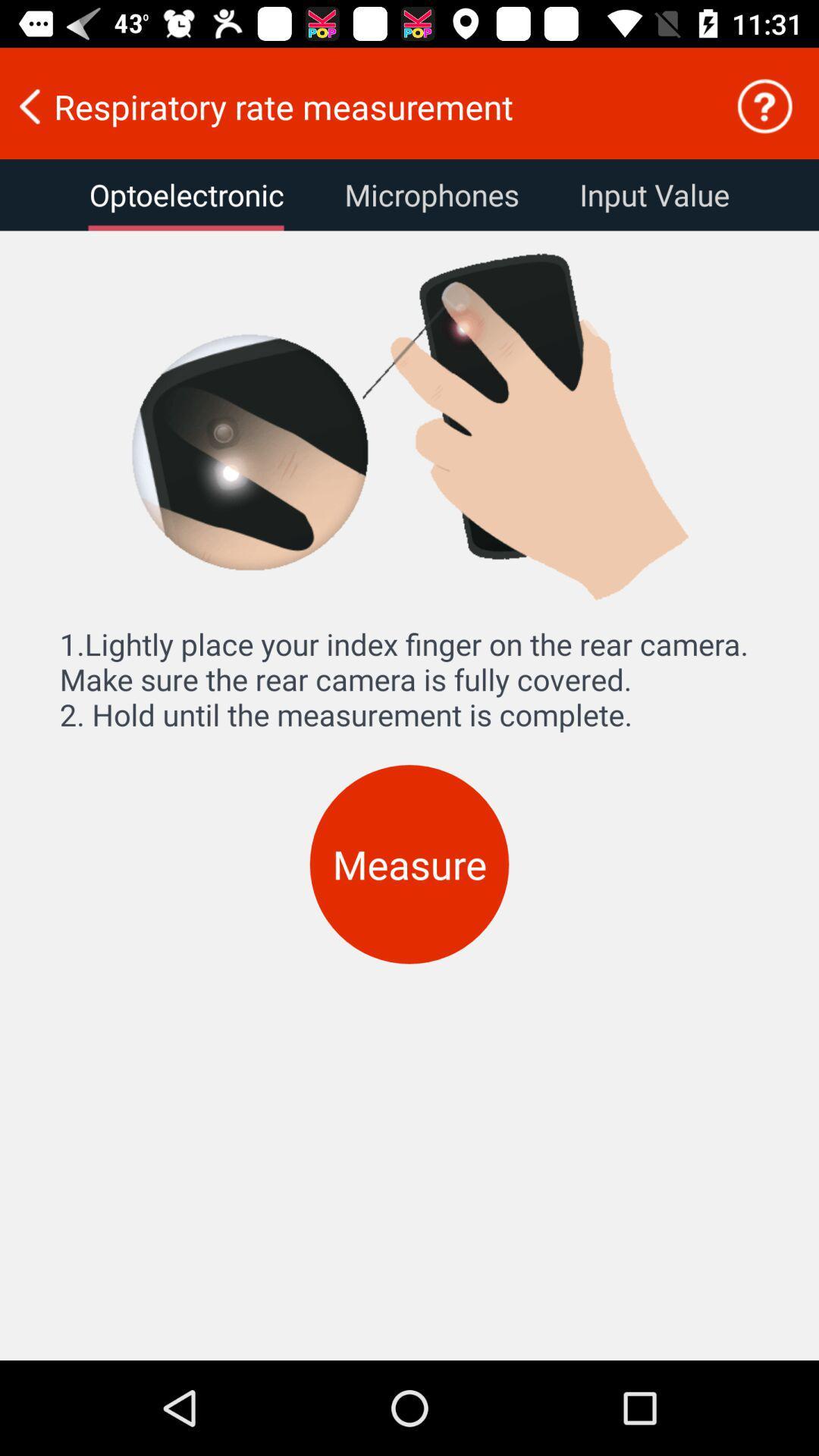 The width and height of the screenshot is (819, 1456). Describe the element at coordinates (764, 105) in the screenshot. I see `move to help` at that location.